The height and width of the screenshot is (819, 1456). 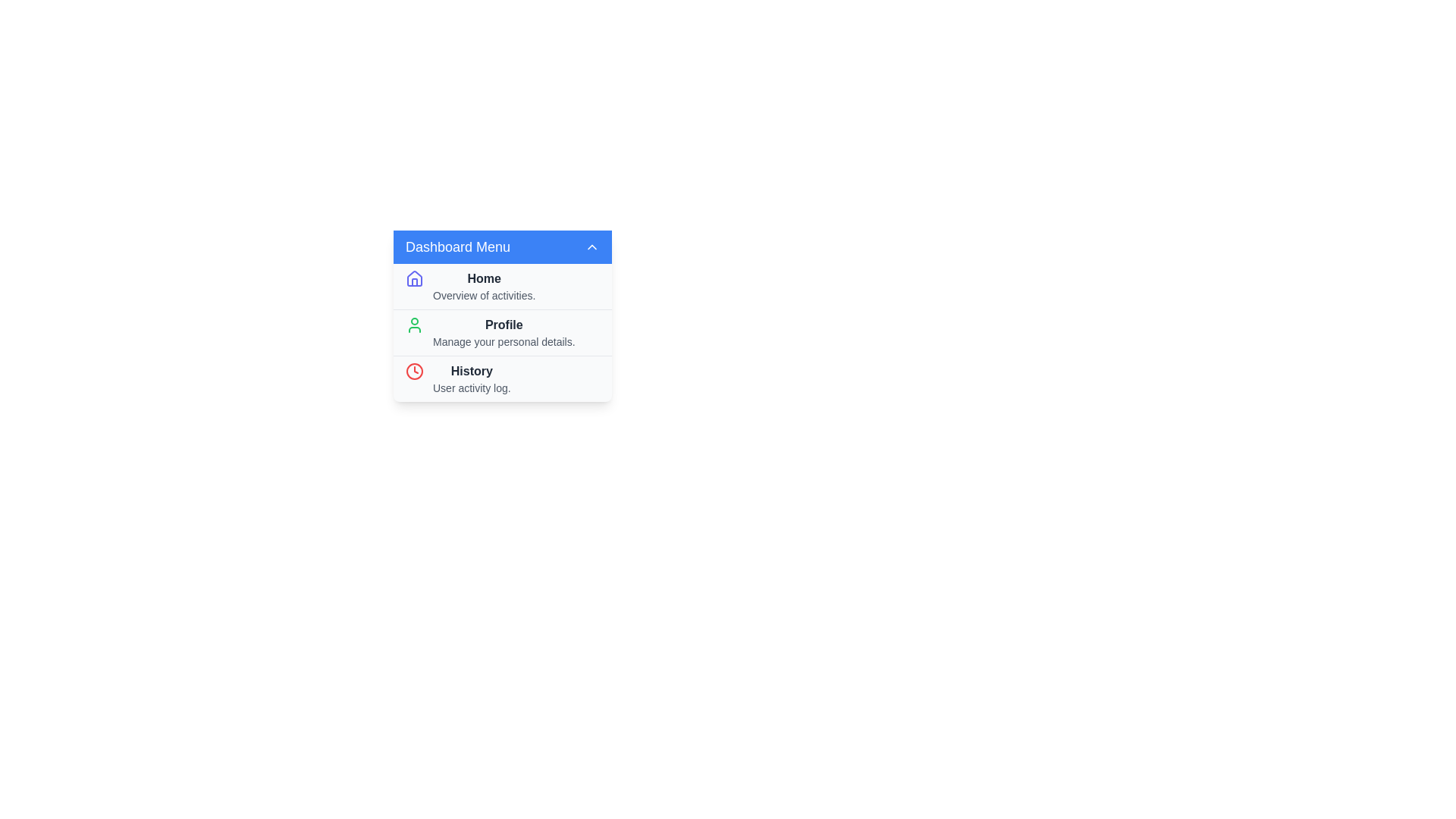 What do you see at coordinates (471, 388) in the screenshot?
I see `the static text element that reads 'User activity log.' positioned beneath the 'History' heading in the vertical menu structure` at bounding box center [471, 388].